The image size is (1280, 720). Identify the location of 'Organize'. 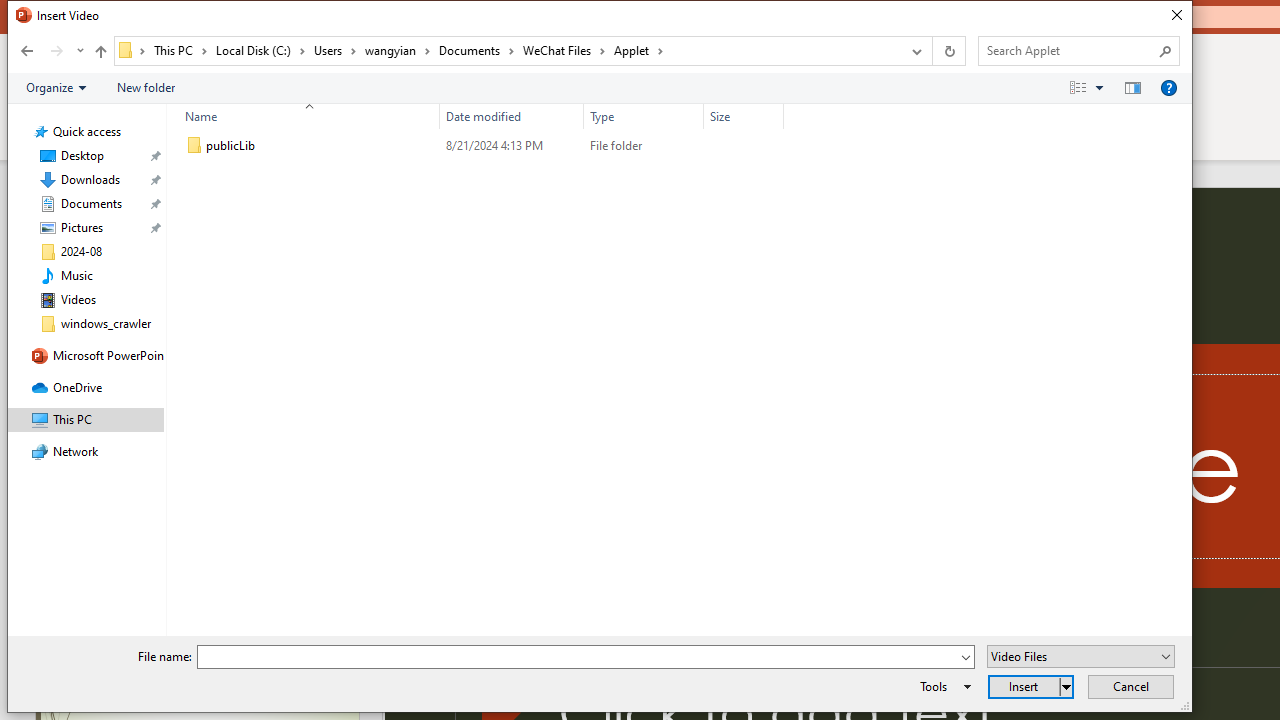
(56, 86).